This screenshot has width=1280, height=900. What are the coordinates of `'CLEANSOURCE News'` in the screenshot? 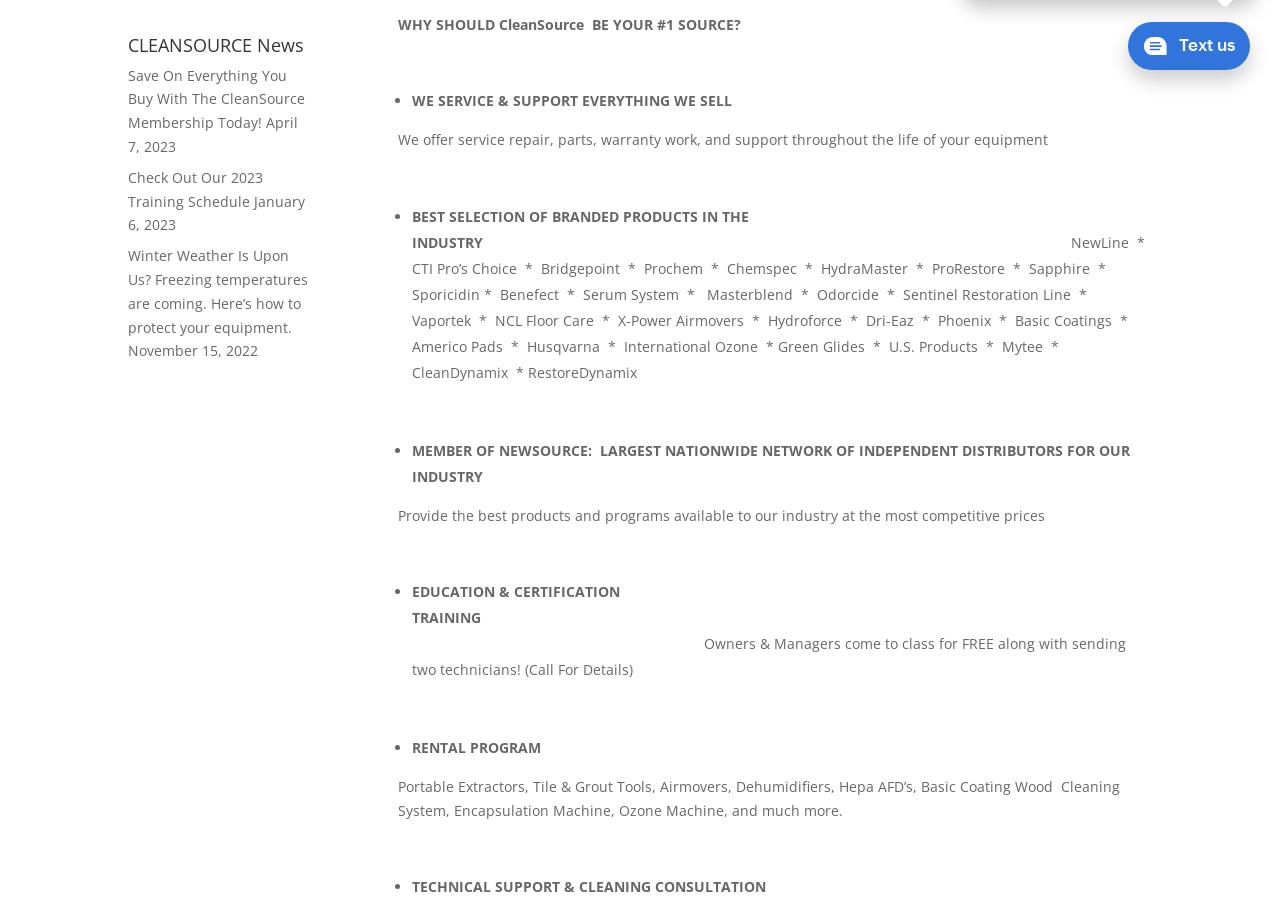 It's located at (216, 43).